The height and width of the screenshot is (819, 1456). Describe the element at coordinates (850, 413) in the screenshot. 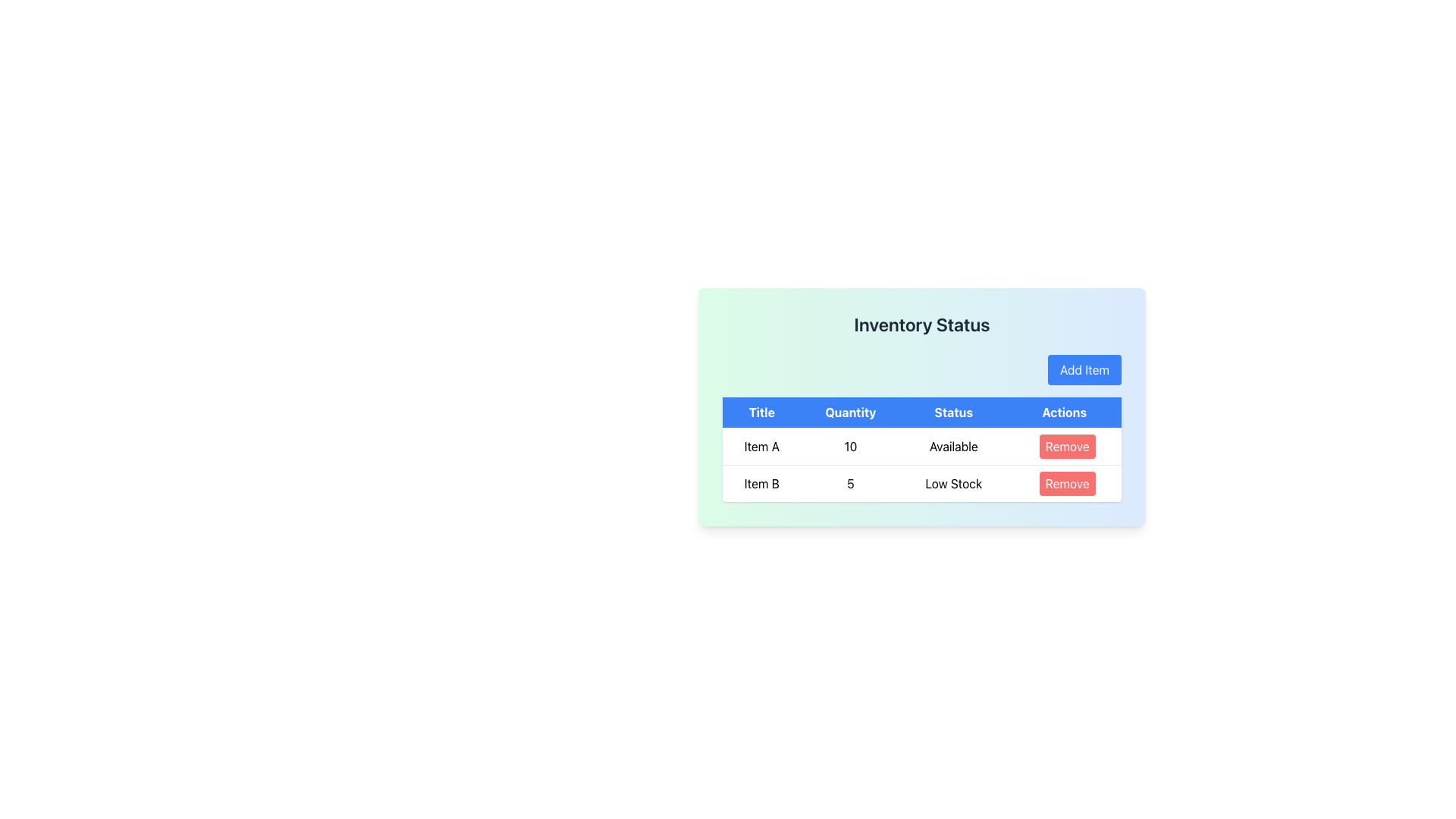

I see `the Text Label that serves as a header cell for the column displaying quantities of items in the table, positioned second from the left in the header row` at that location.